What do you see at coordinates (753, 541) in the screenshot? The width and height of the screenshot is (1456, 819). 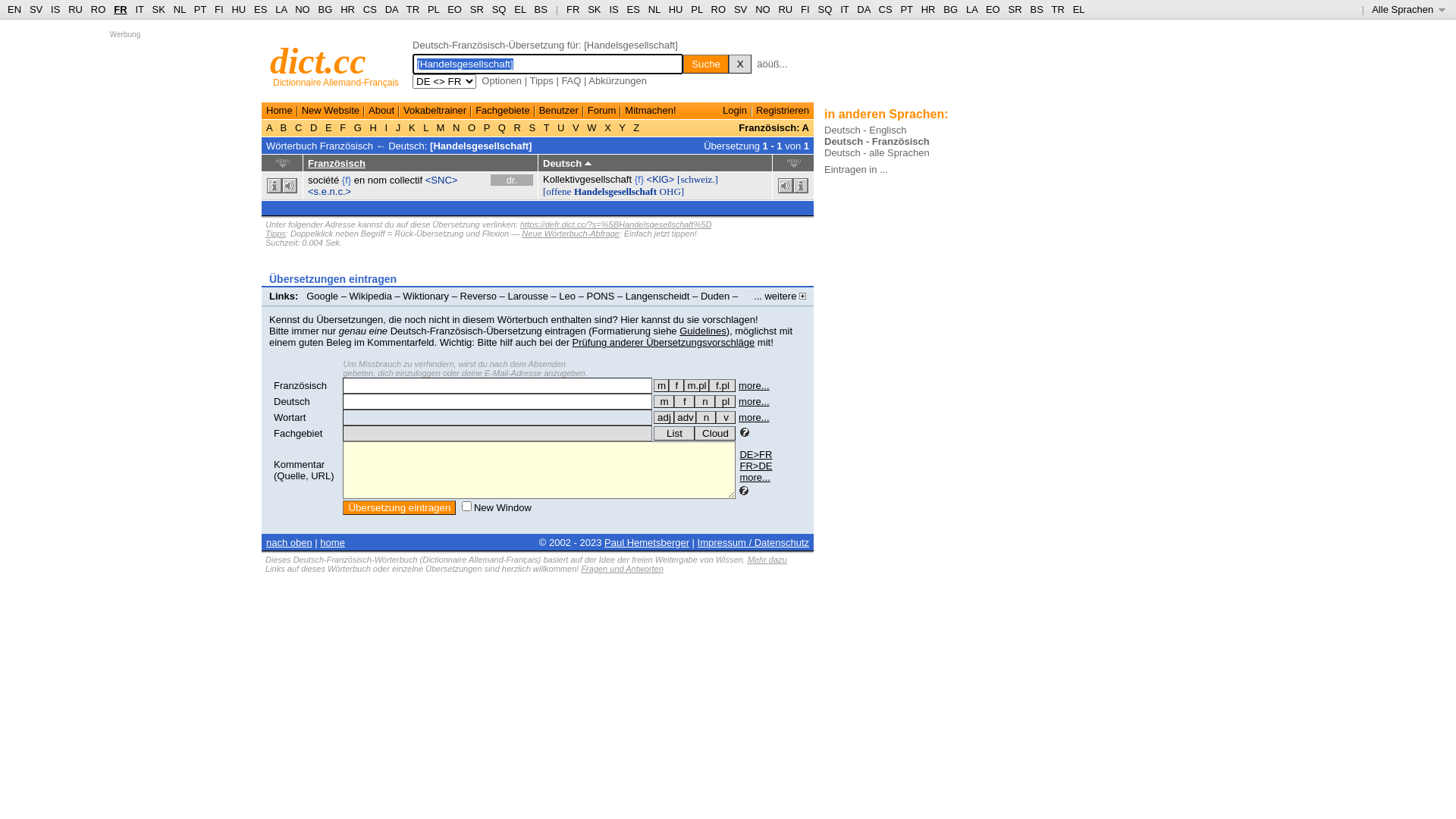 I see `'Impressum / Datenschutz'` at bounding box center [753, 541].